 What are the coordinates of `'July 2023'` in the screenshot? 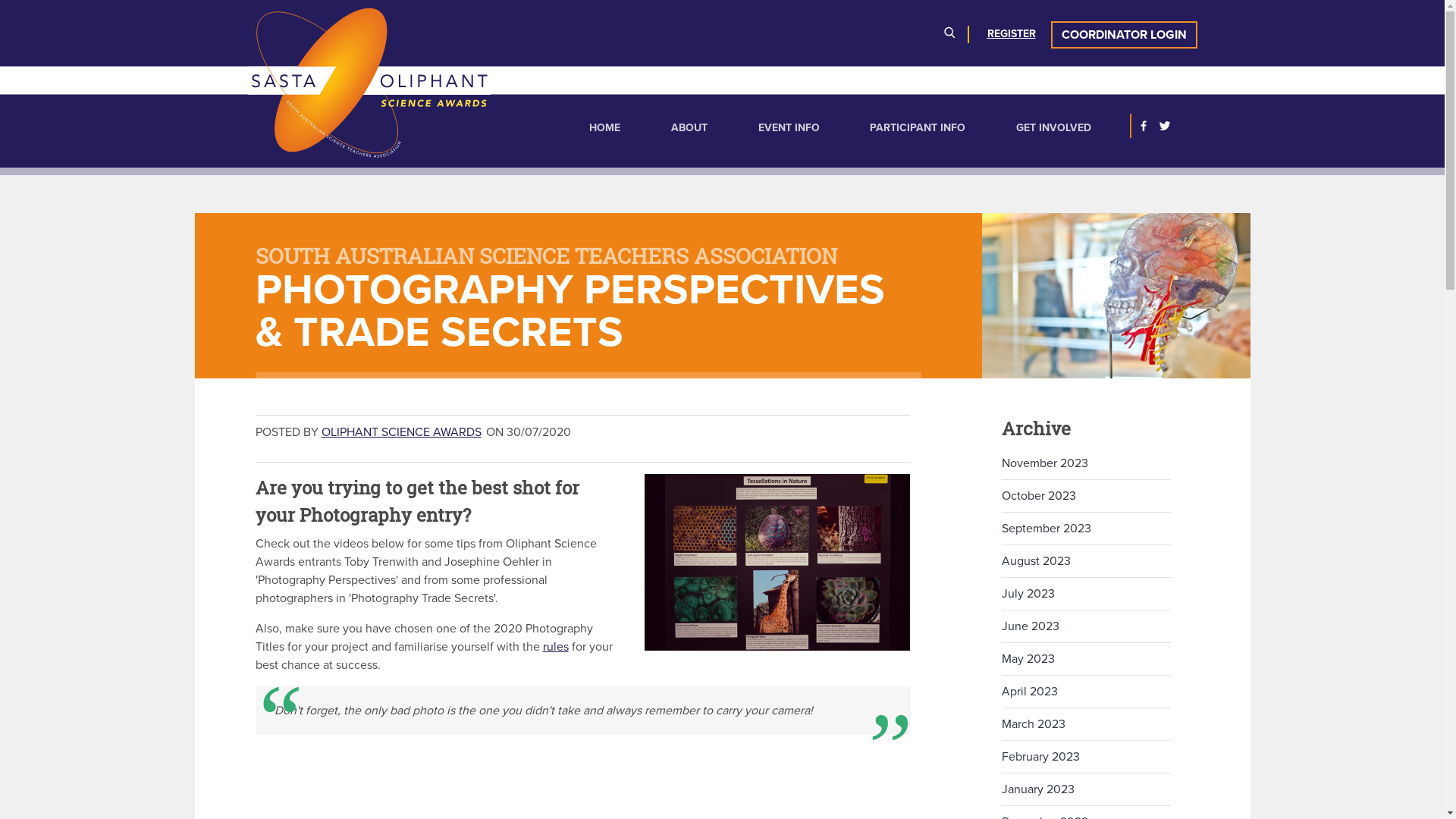 It's located at (1001, 593).